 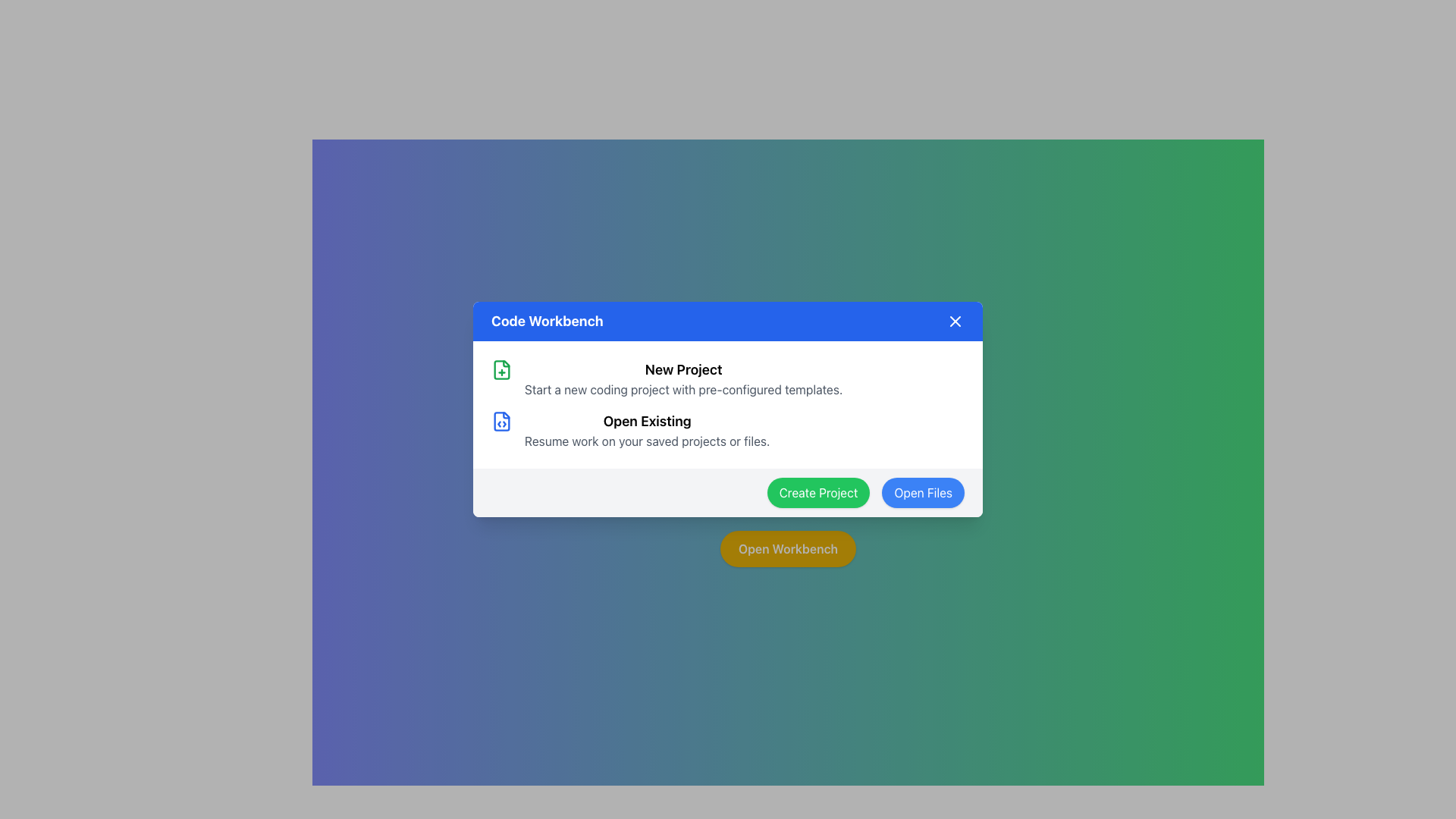 What do you see at coordinates (502, 421) in the screenshot?
I see `the icon for opening existing projects or files located within the 'Code Workbench' modal, positioned to the left of the 'Open Existing' text` at bounding box center [502, 421].